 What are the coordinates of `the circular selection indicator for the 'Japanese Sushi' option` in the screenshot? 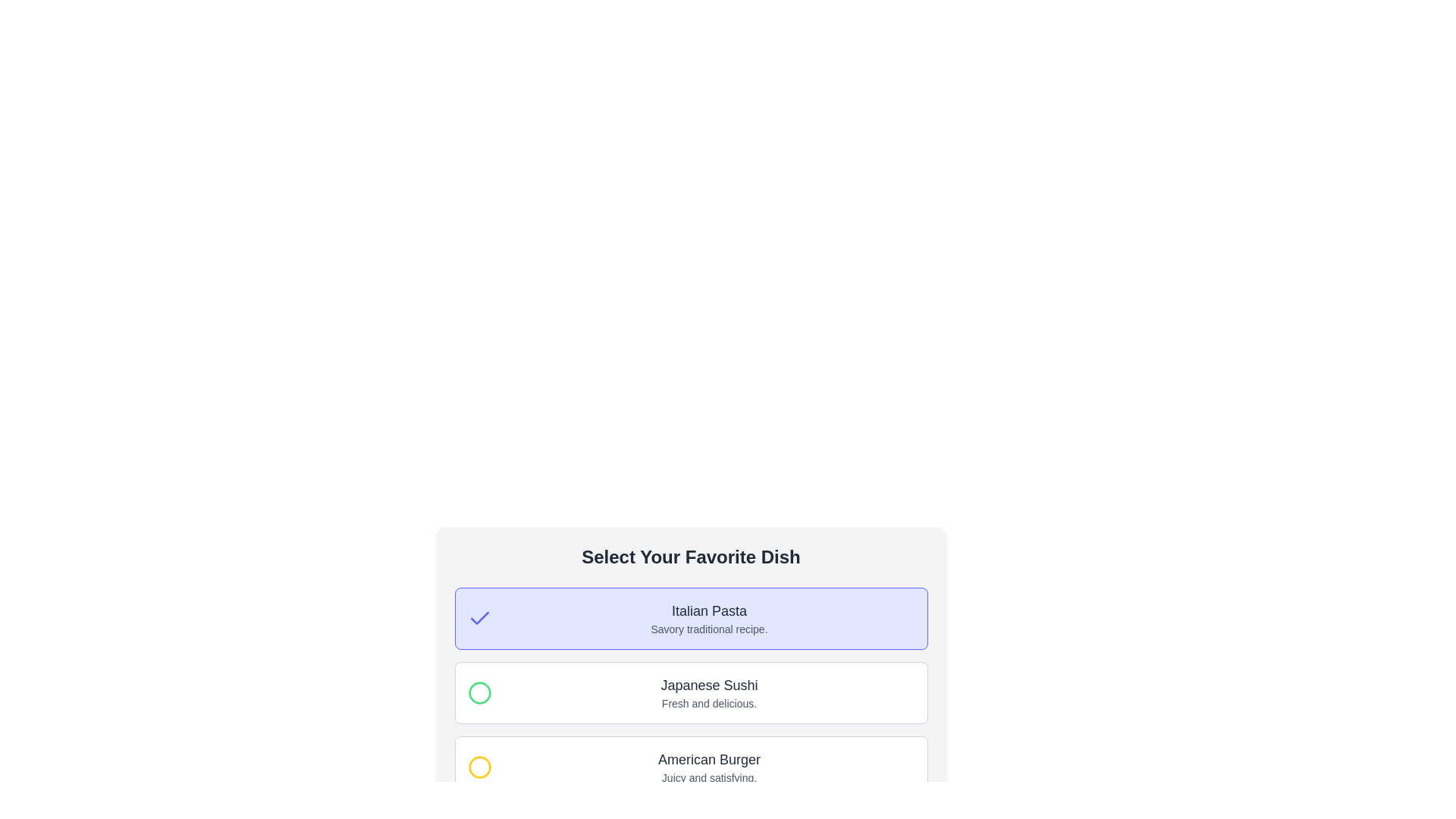 It's located at (479, 693).